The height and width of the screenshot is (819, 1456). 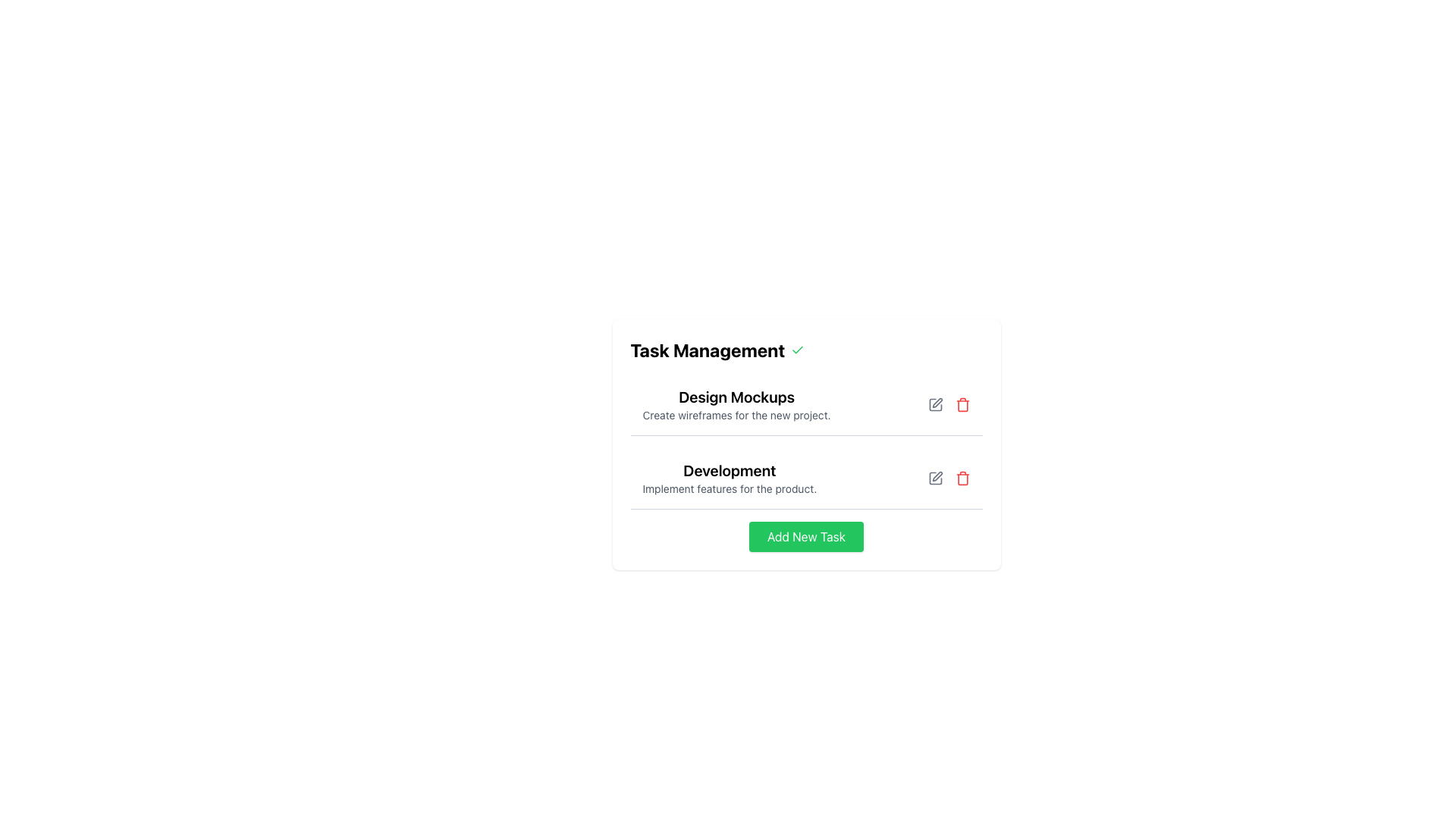 What do you see at coordinates (736, 403) in the screenshot?
I see `the title of the first task entry in the task management interface` at bounding box center [736, 403].